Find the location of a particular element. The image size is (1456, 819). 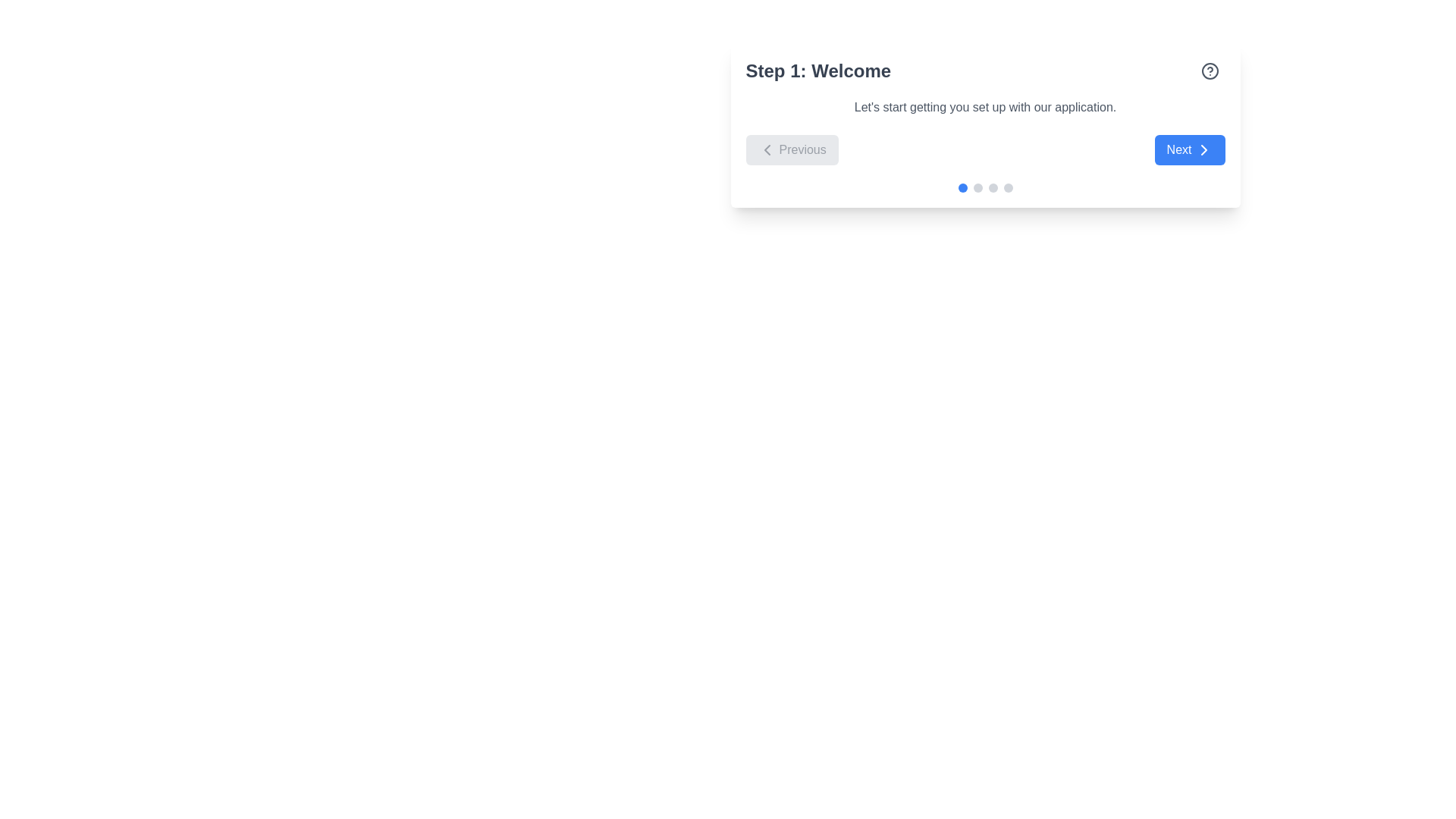

the 'Previous' button in the navigation control group is located at coordinates (985, 149).